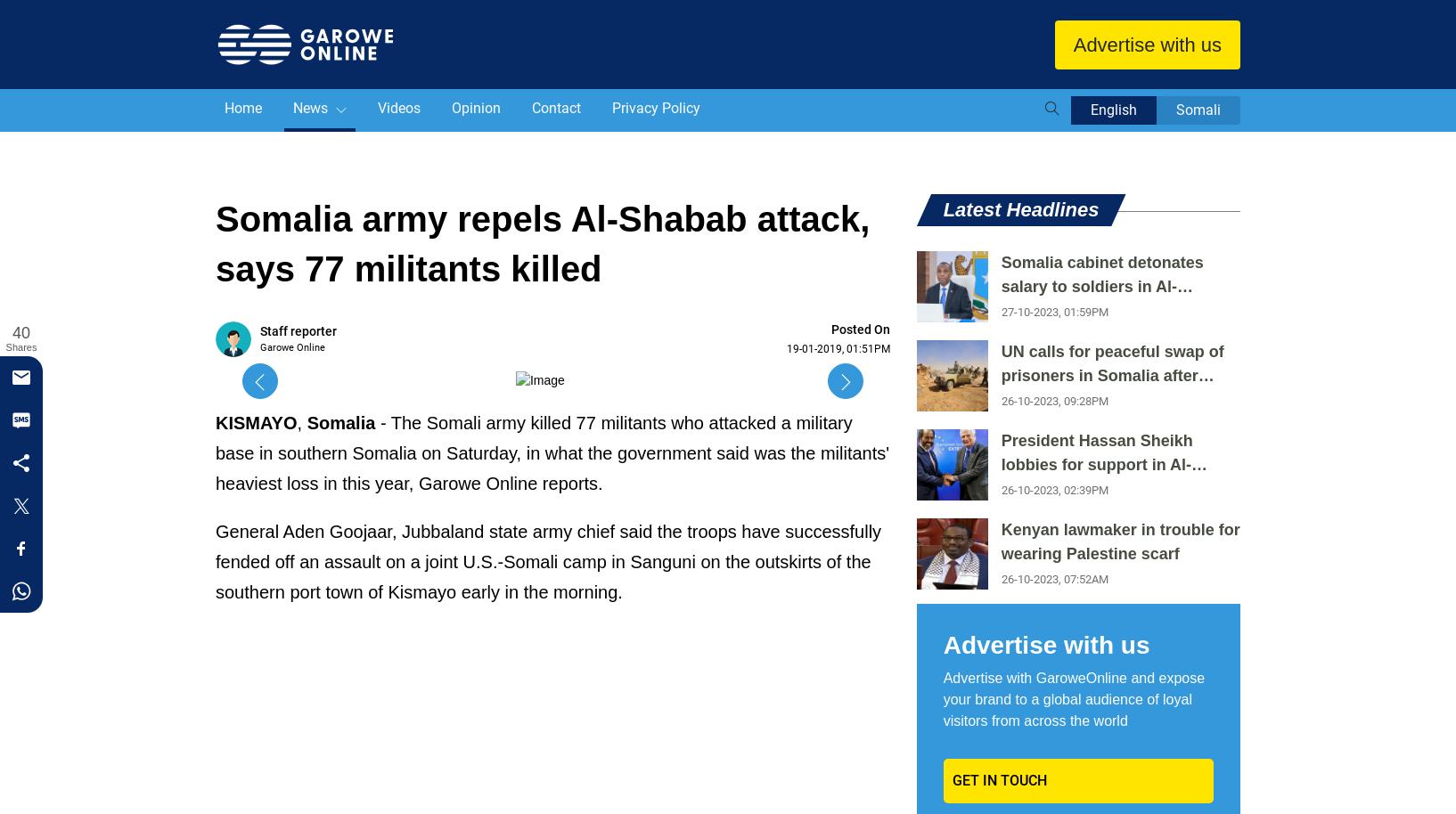 The image size is (1456, 814). What do you see at coordinates (556, 108) in the screenshot?
I see `'Contact'` at bounding box center [556, 108].